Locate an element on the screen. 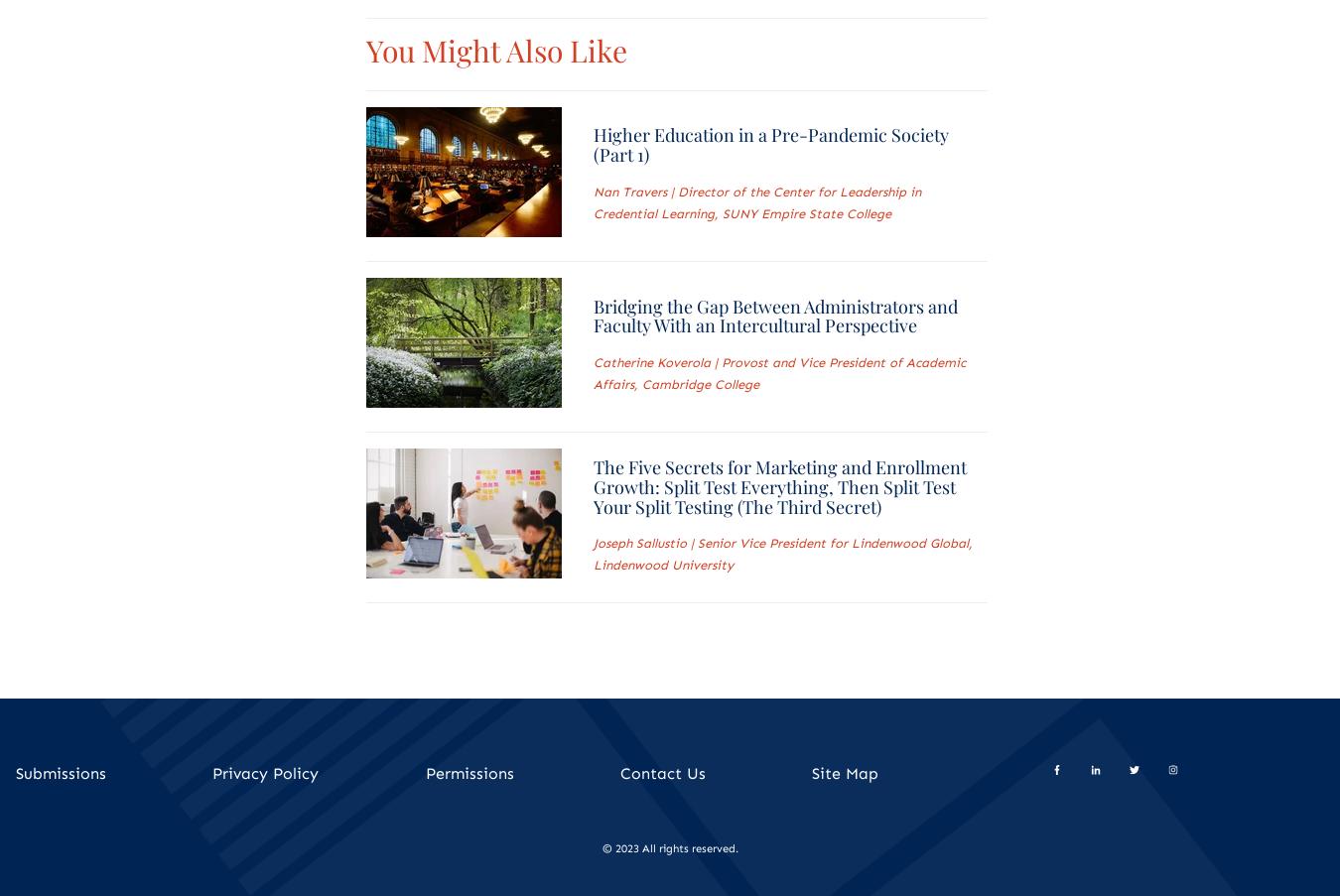  'Permissions' is located at coordinates (468, 772).